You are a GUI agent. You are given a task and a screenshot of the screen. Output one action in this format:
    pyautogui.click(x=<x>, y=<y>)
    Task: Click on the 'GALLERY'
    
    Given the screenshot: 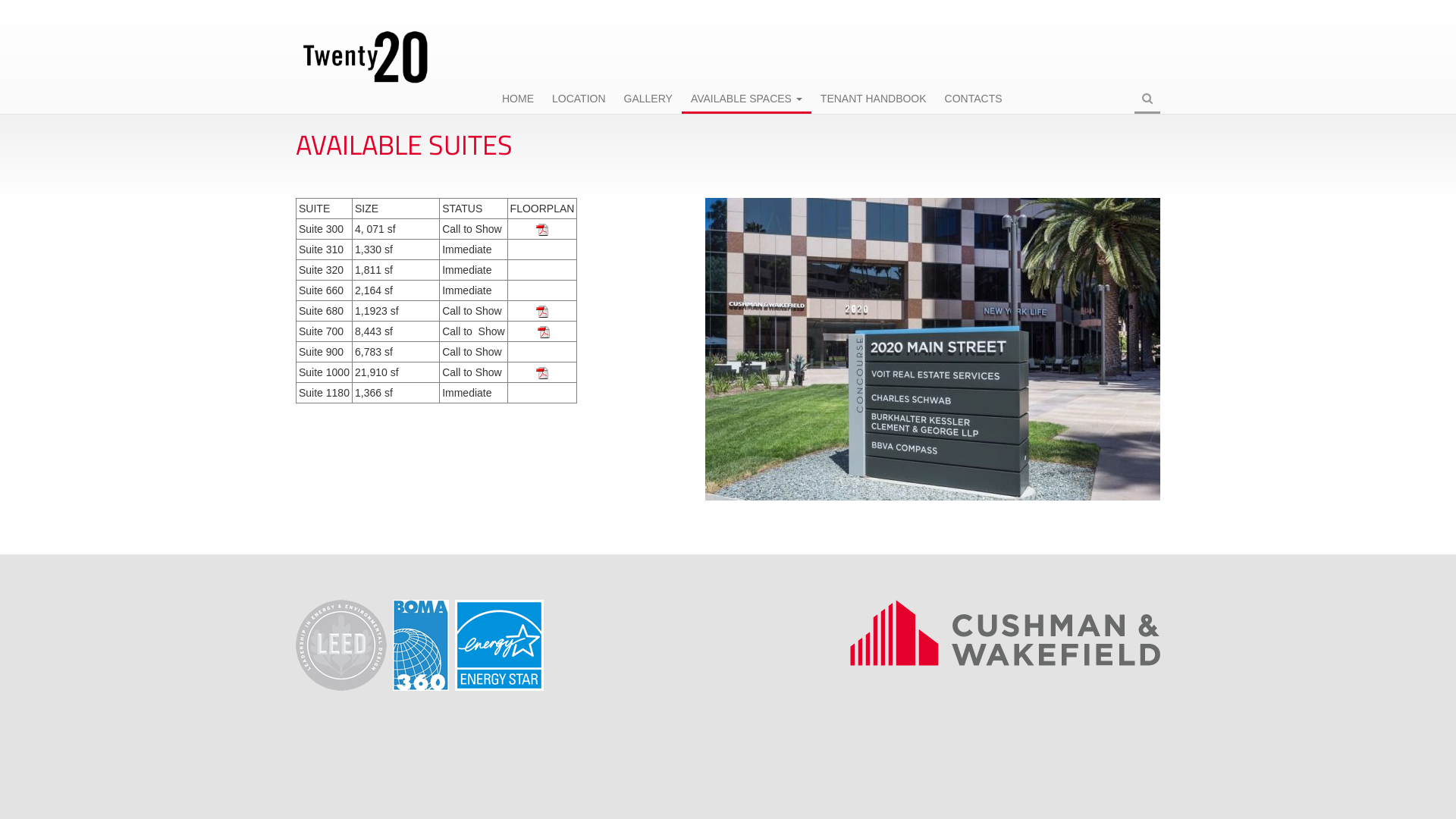 What is the action you would take?
    pyautogui.click(x=648, y=99)
    